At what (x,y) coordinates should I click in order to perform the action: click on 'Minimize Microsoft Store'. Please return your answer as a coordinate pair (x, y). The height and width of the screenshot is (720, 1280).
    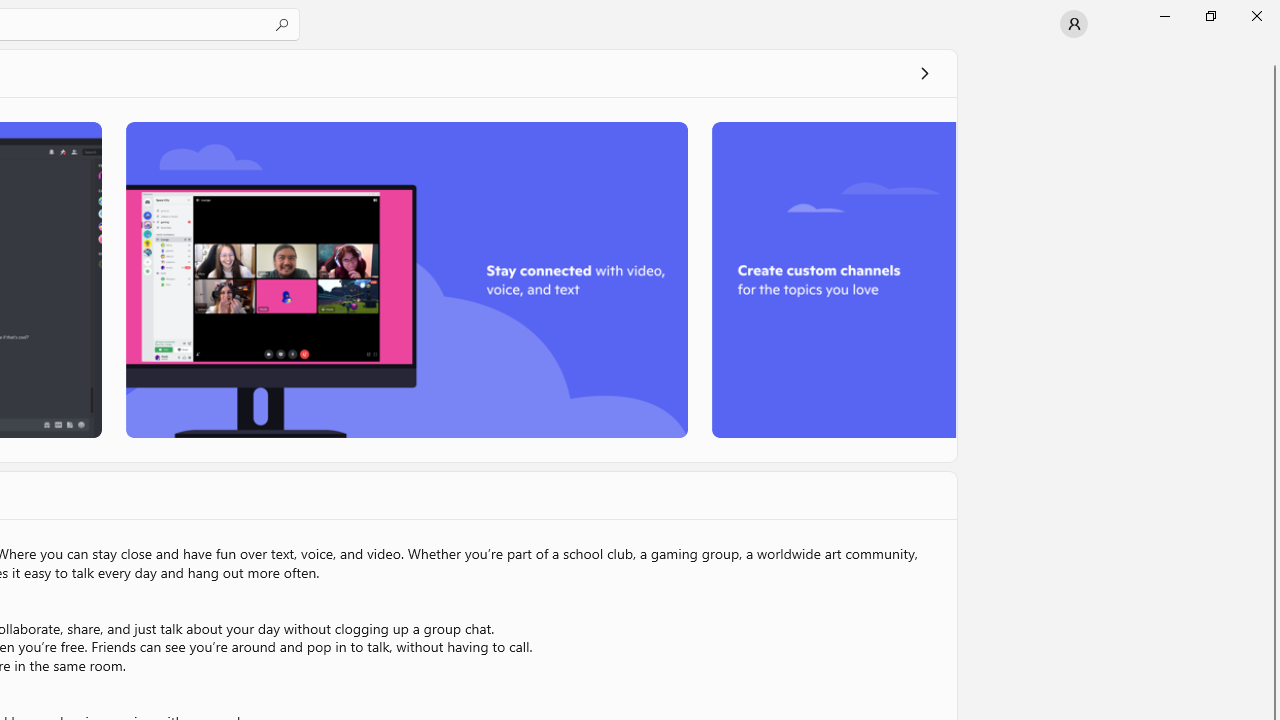
    Looking at the image, I should click on (1164, 15).